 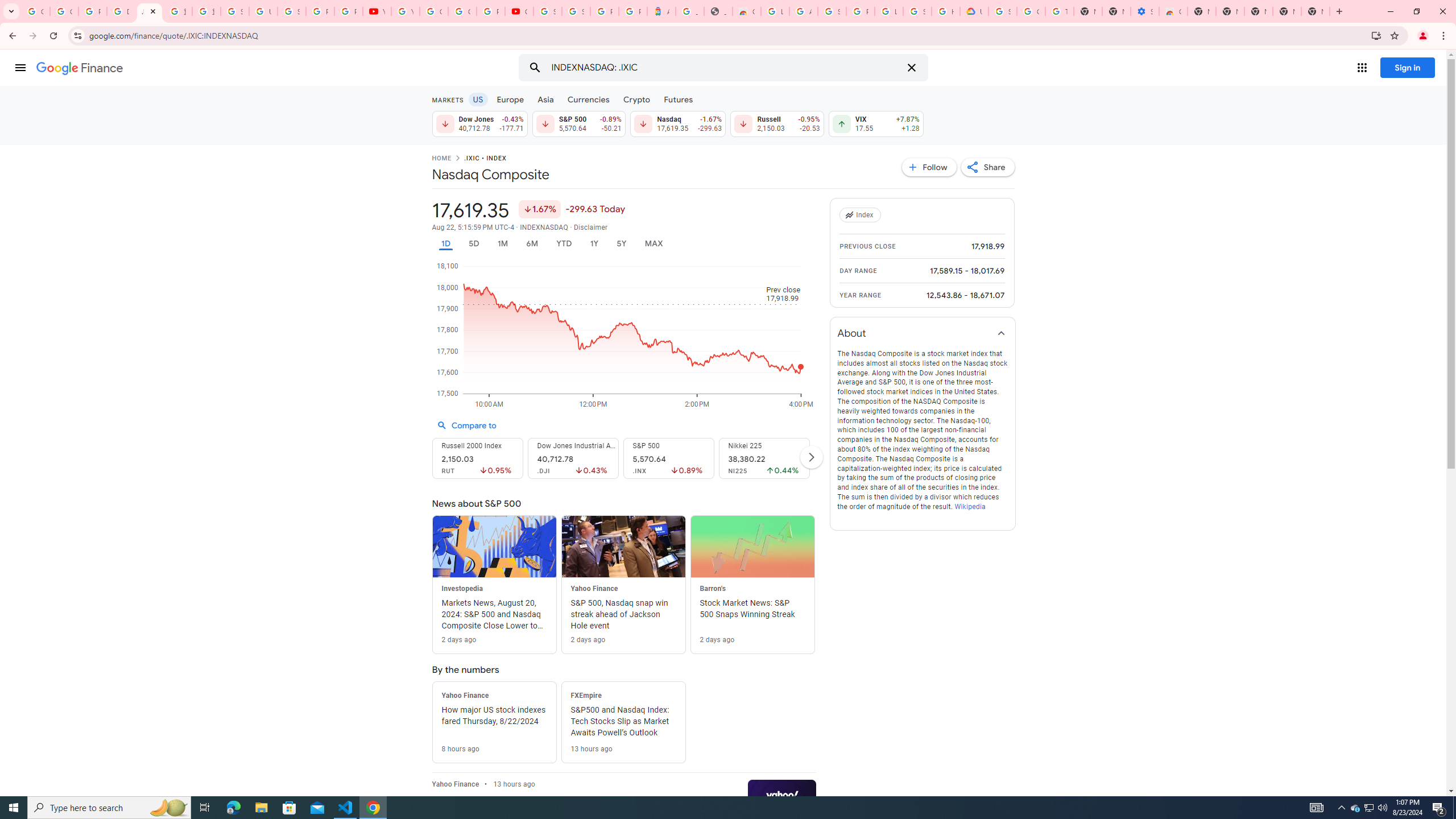 I want to click on '5Y', so click(x=621, y=243).